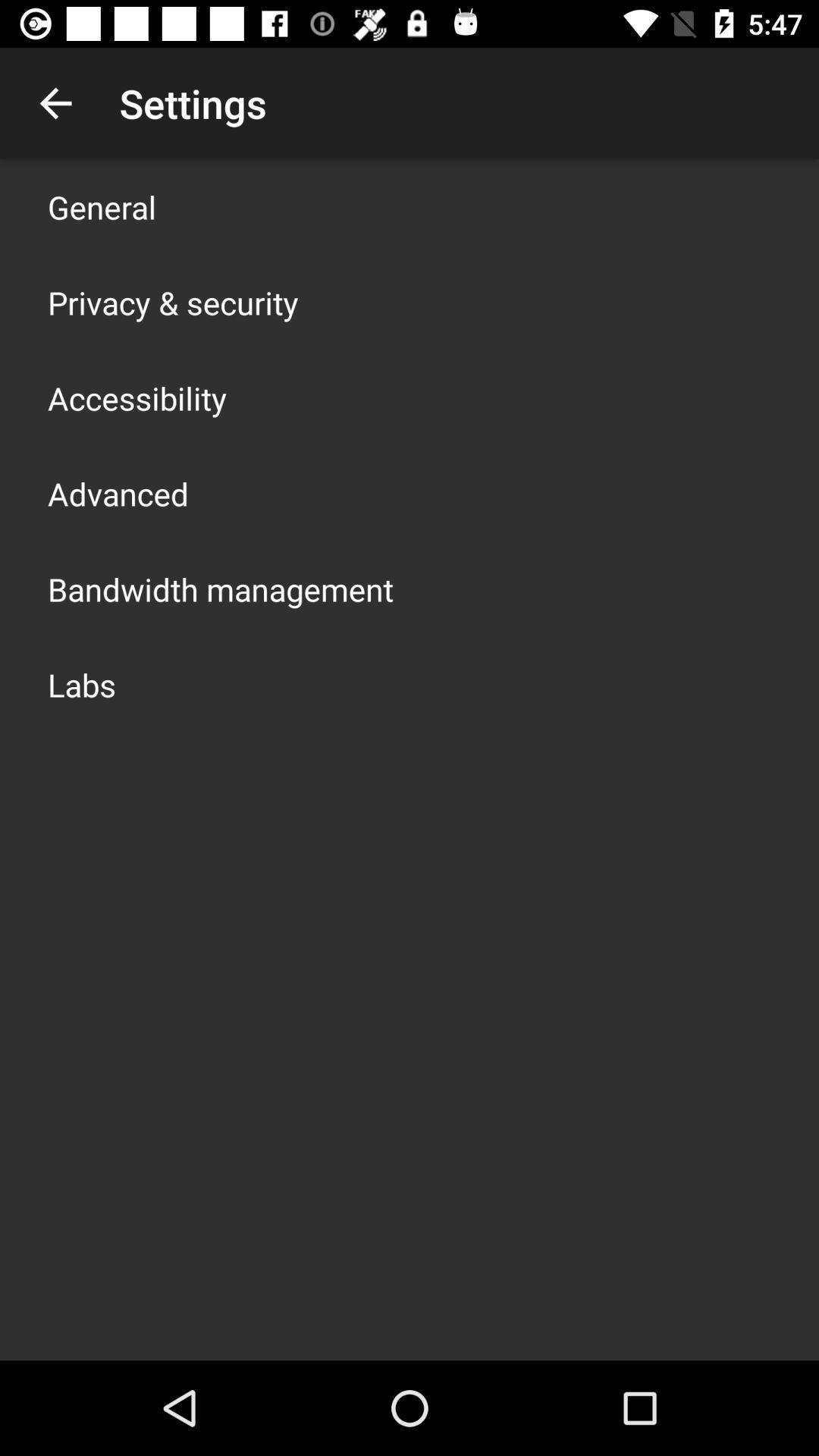  I want to click on labs icon, so click(82, 683).